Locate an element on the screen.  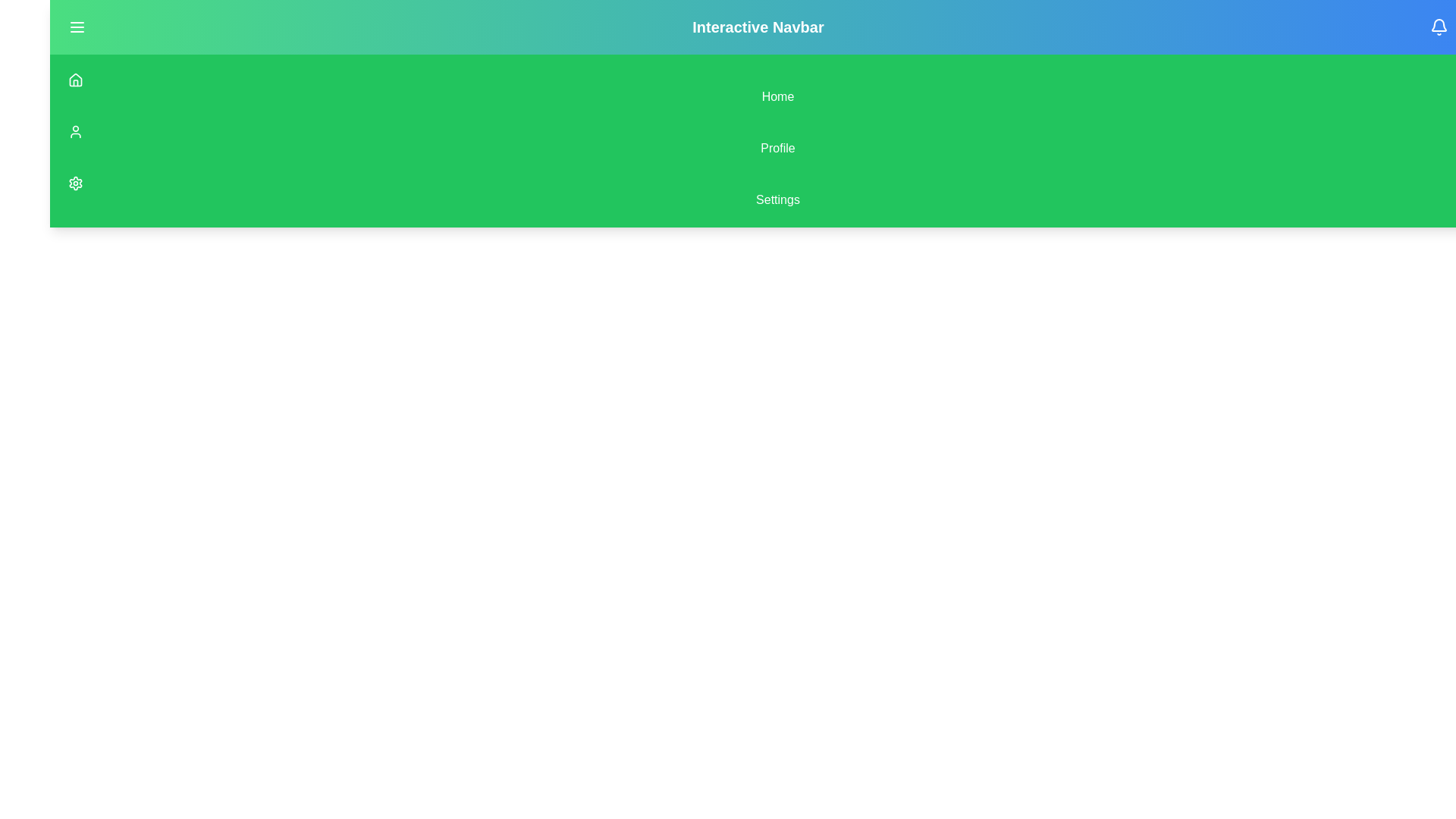
the centrally aligned text label in the upper navigation bar that represents the application's title or section header is located at coordinates (758, 27).